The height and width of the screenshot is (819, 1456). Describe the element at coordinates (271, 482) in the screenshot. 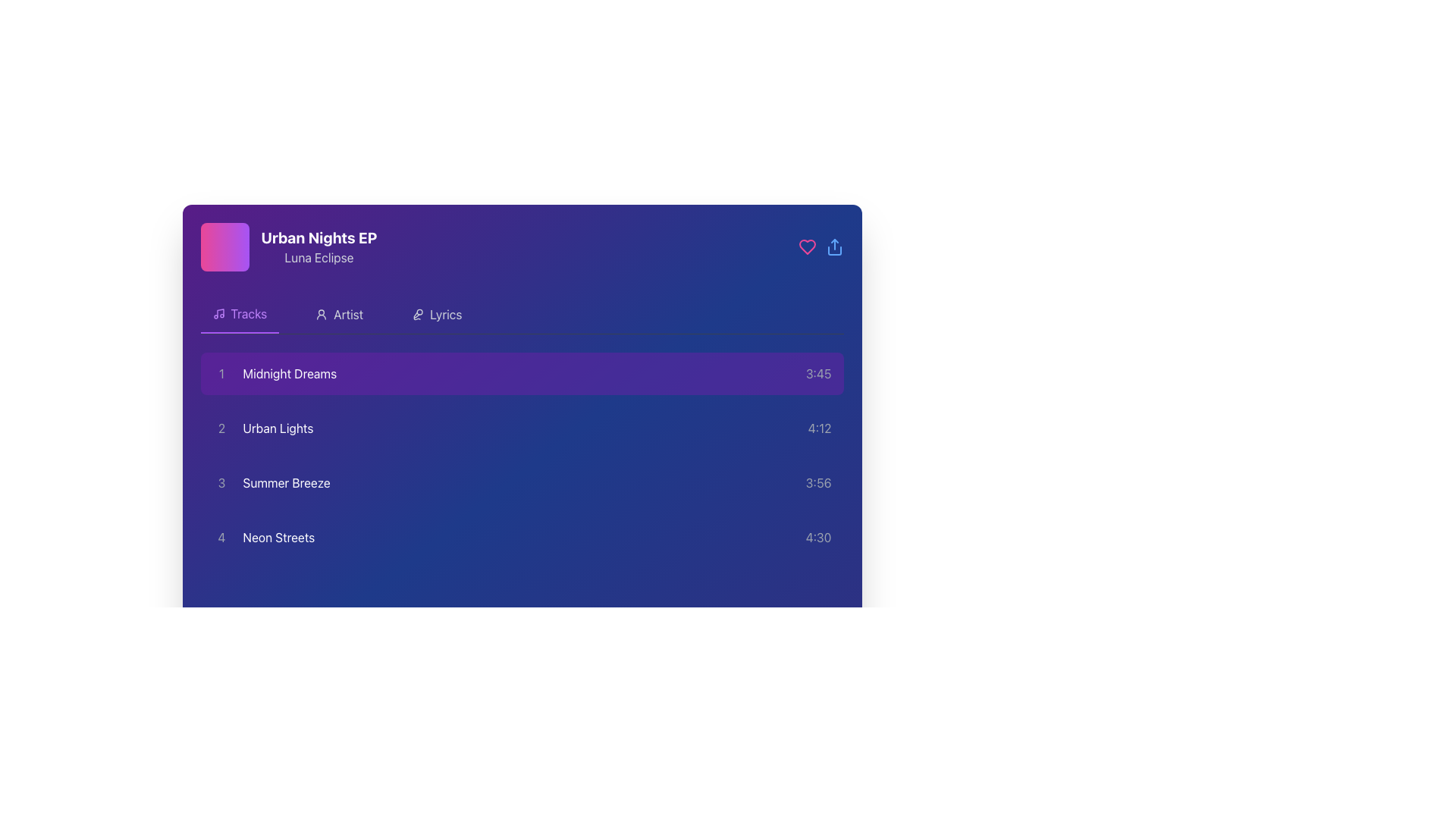

I see `the list item displaying the text '3 Summer Breeze'` at that location.